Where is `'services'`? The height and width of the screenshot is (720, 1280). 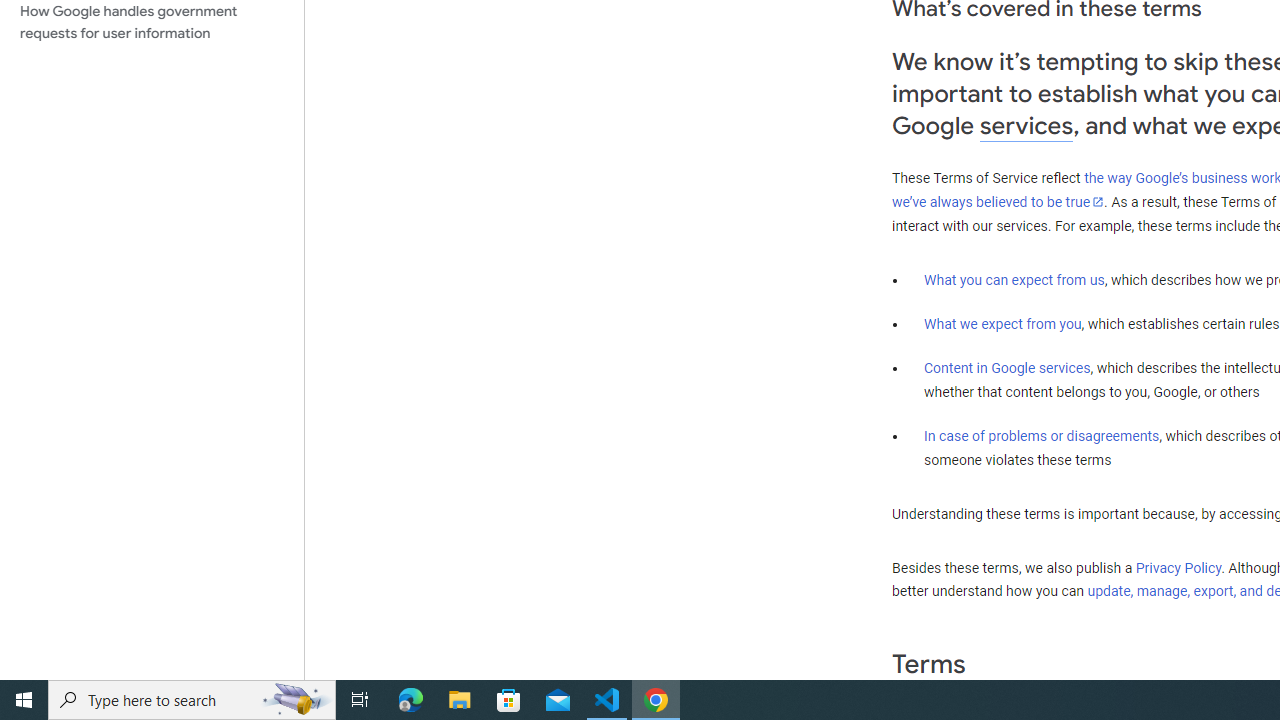 'services' is located at coordinates (1026, 125).